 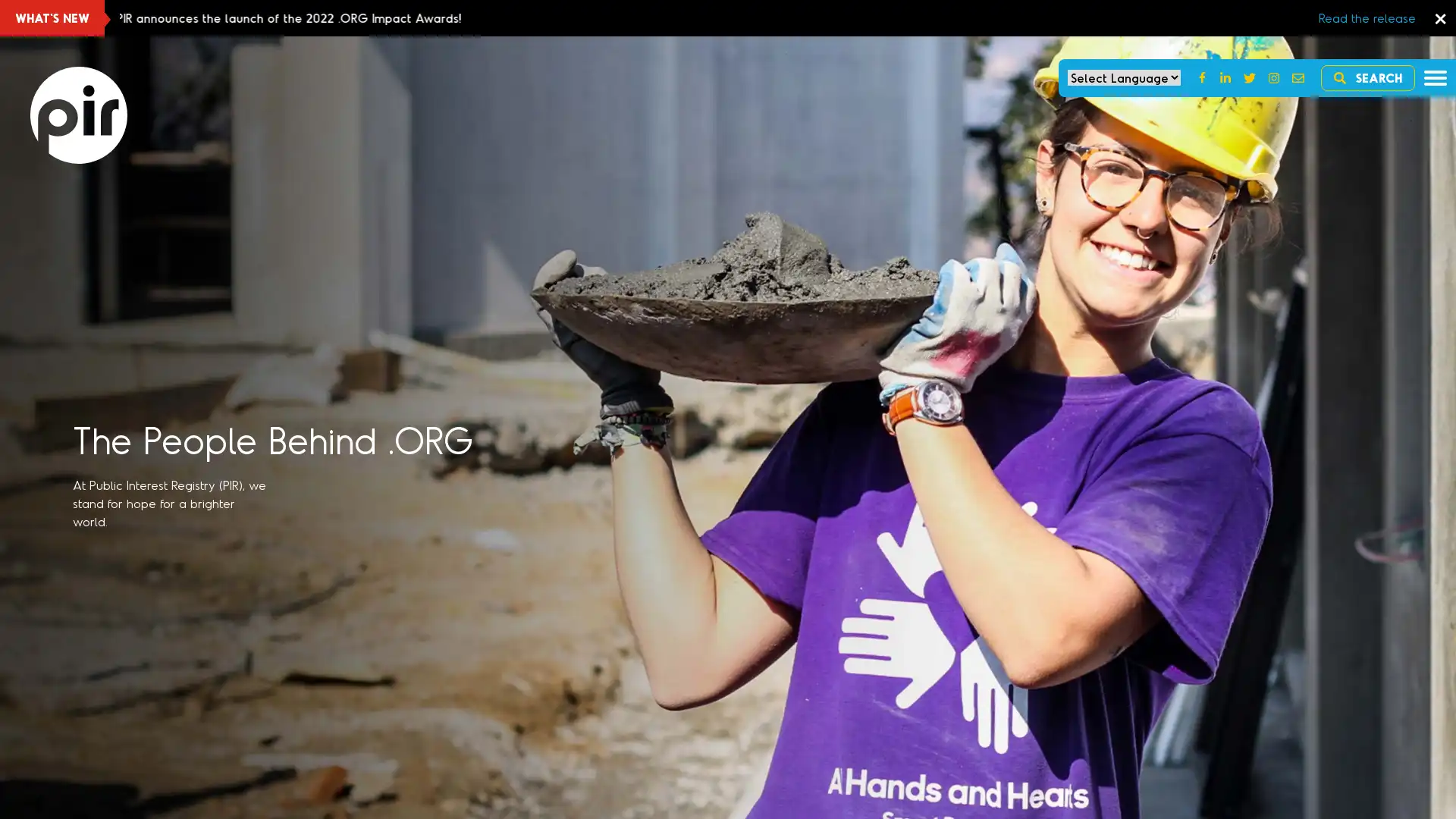 I want to click on Submit .ORG domain search, so click(x=565, y=522).